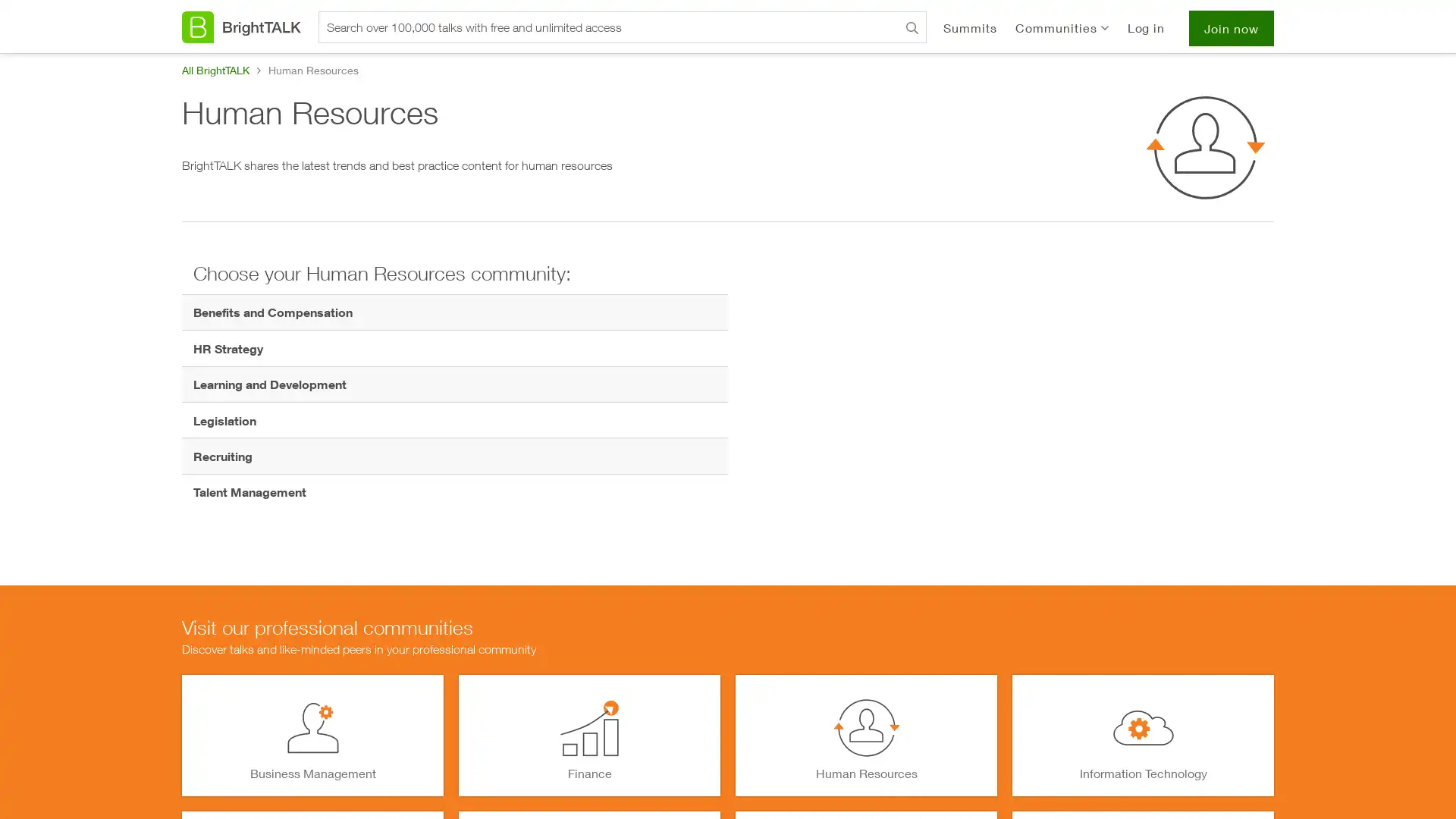 This screenshot has width=1456, height=819. What do you see at coordinates (912, 29) in the screenshot?
I see `Search BrightTALK` at bounding box center [912, 29].